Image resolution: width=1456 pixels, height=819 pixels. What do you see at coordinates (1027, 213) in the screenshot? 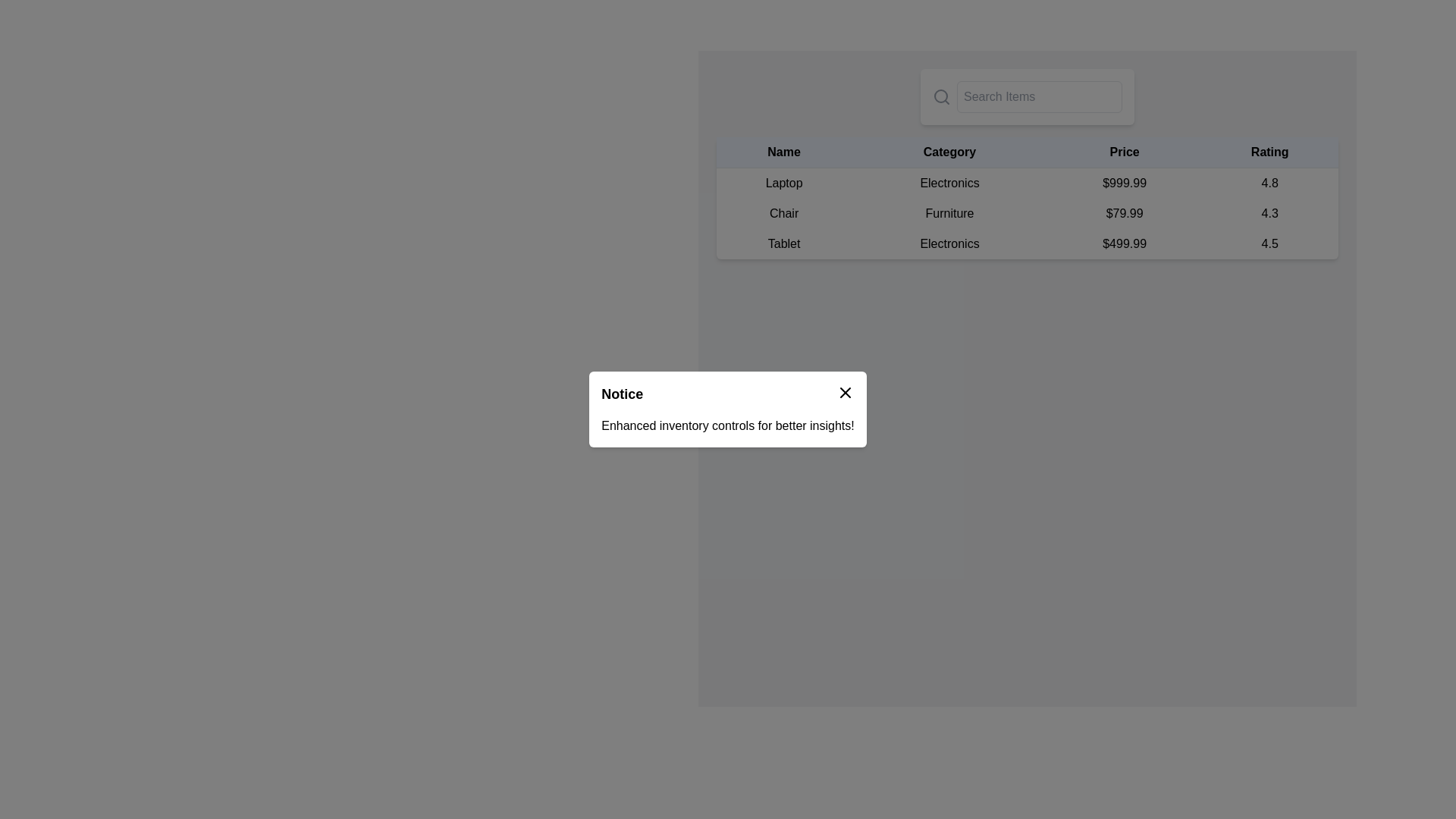
I see `the second row of the product table that displays detailed information about a product, including name, category, price, and rating` at bounding box center [1027, 213].